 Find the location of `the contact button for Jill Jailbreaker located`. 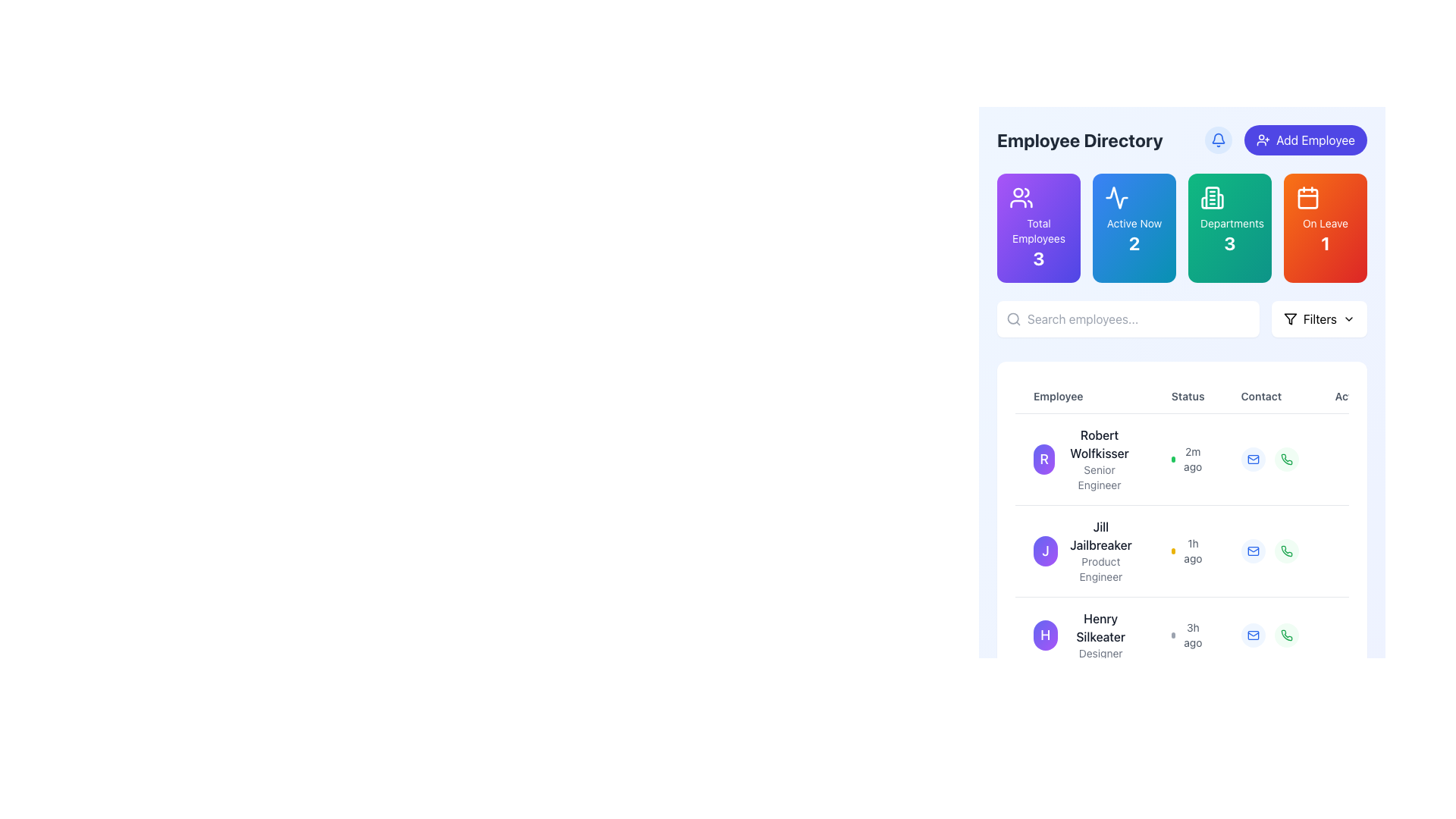

the contact button for Jill Jailbreaker located is located at coordinates (1252, 551).